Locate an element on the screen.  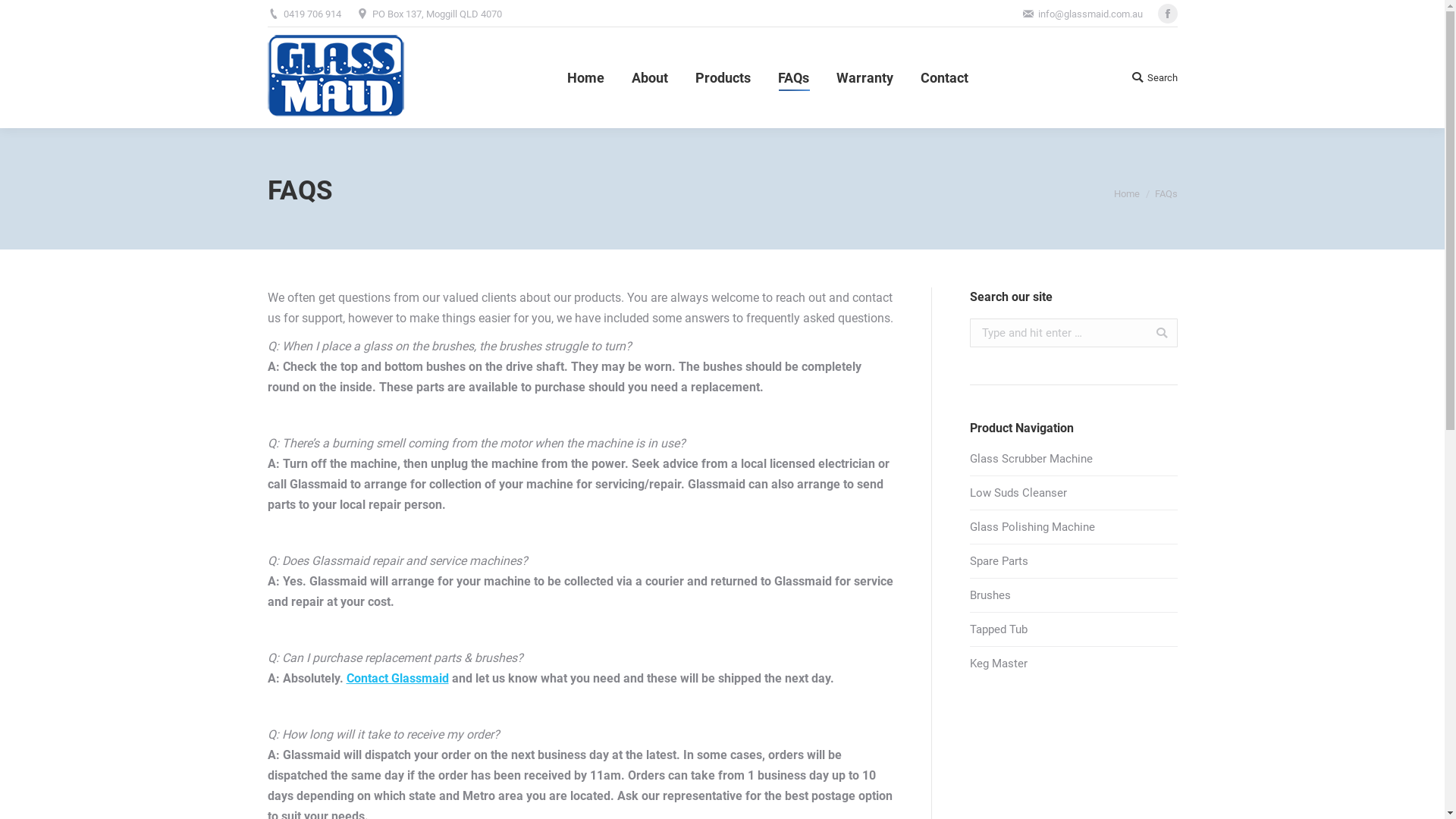
'Brushes' is located at coordinates (990, 595).